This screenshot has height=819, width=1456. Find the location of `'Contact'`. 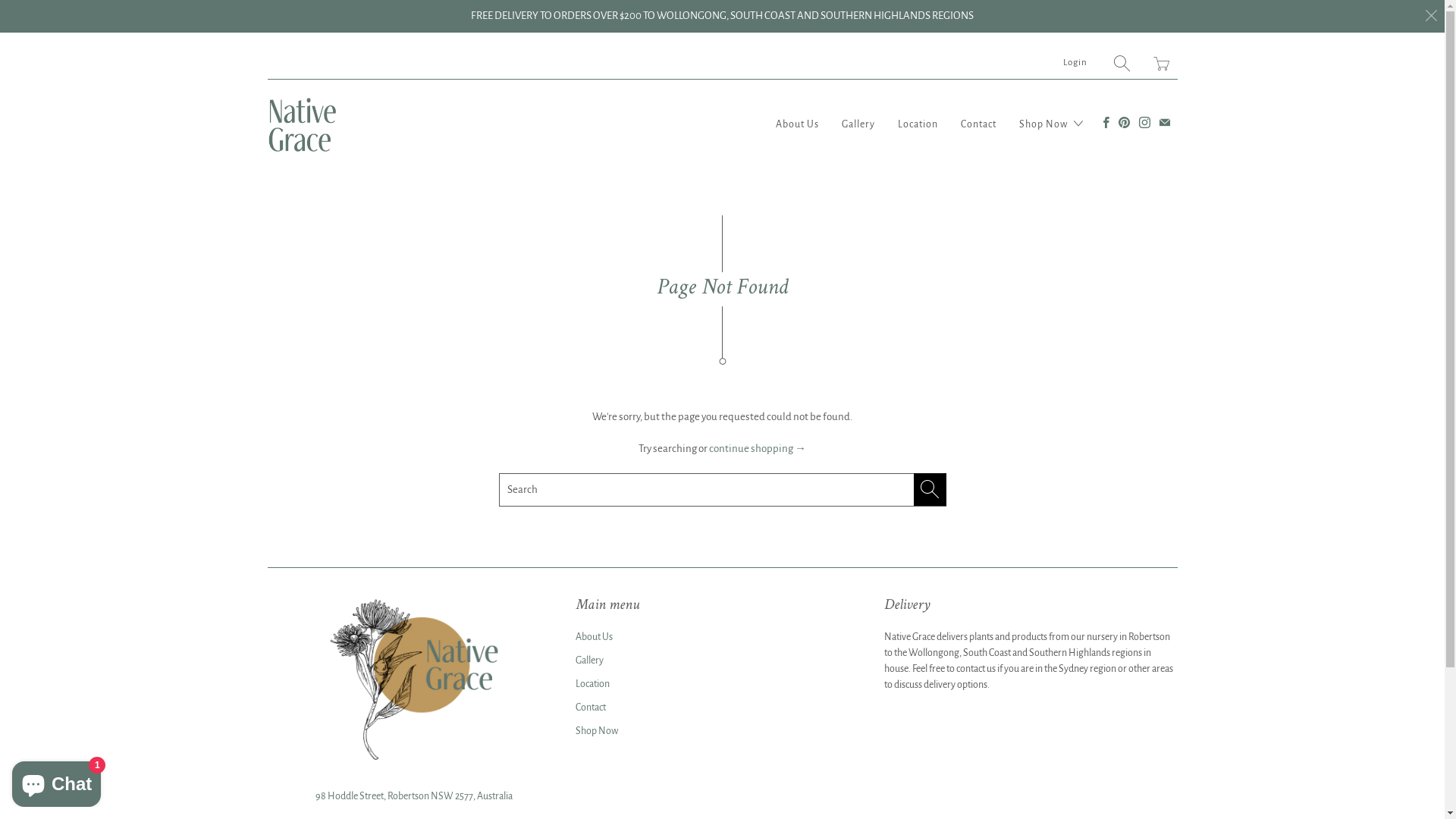

'Contact' is located at coordinates (589, 708).